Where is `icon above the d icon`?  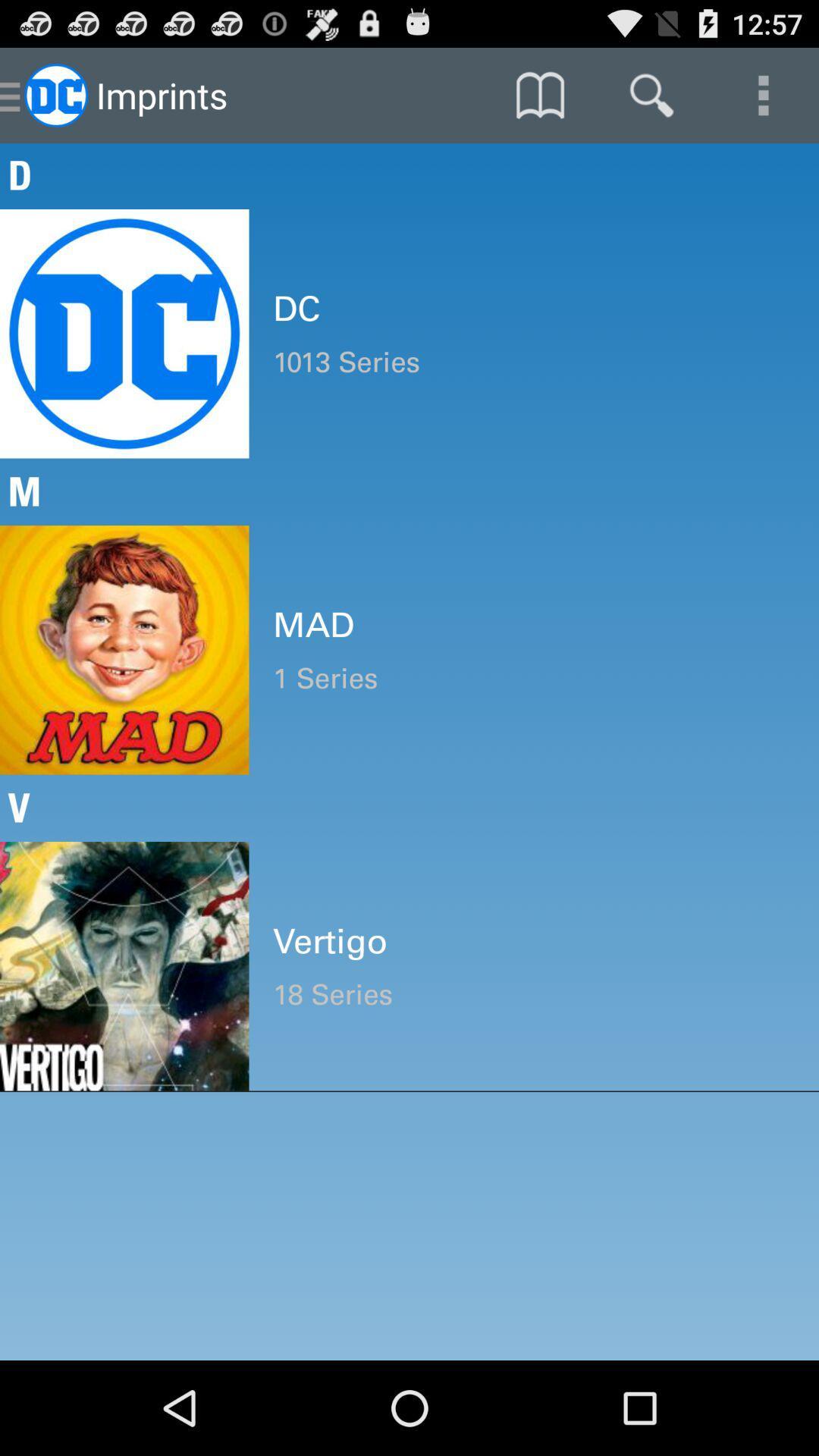 icon above the d icon is located at coordinates (539, 94).